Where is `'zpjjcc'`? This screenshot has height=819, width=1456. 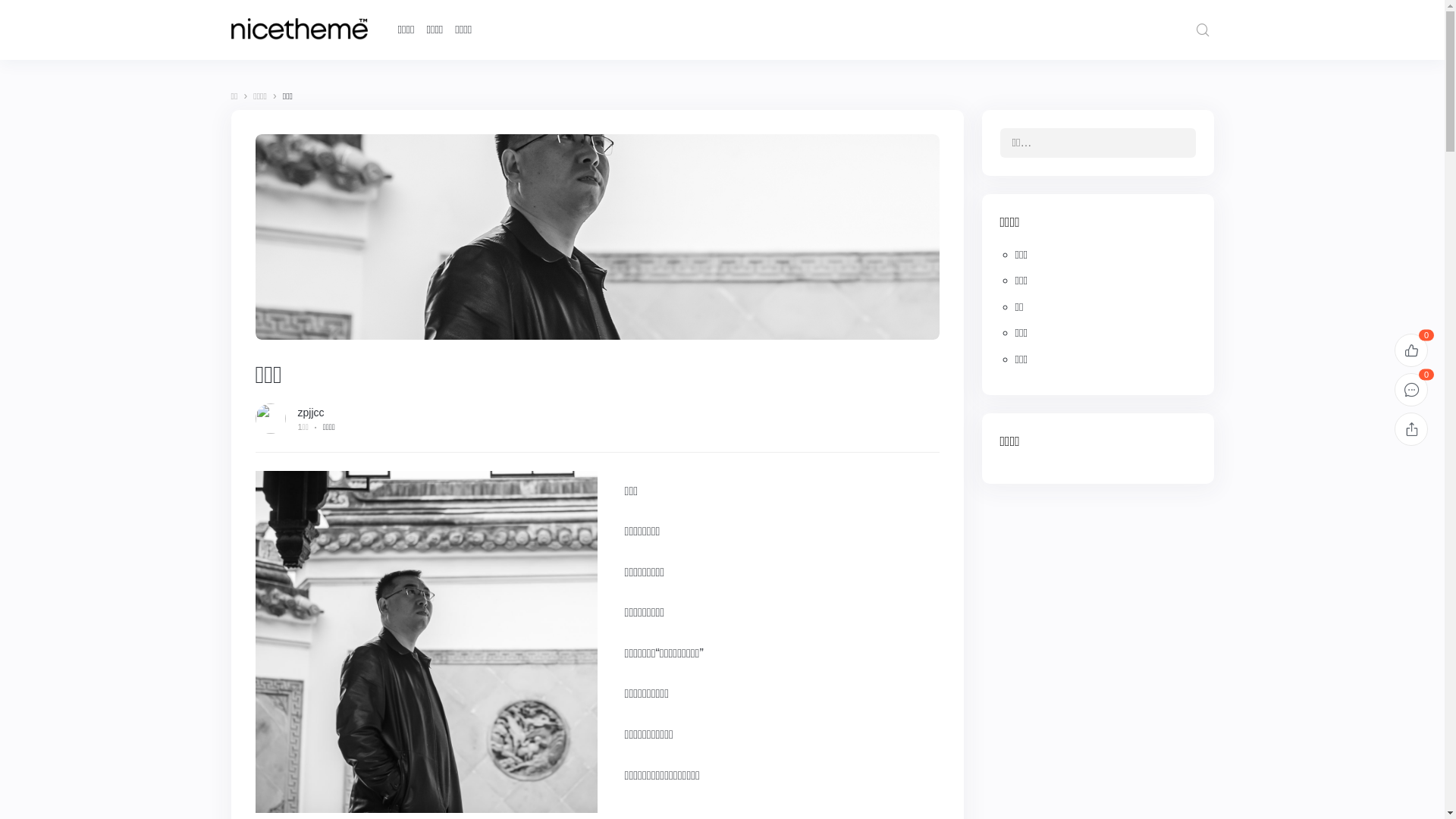 'zpjjcc' is located at coordinates (309, 412).